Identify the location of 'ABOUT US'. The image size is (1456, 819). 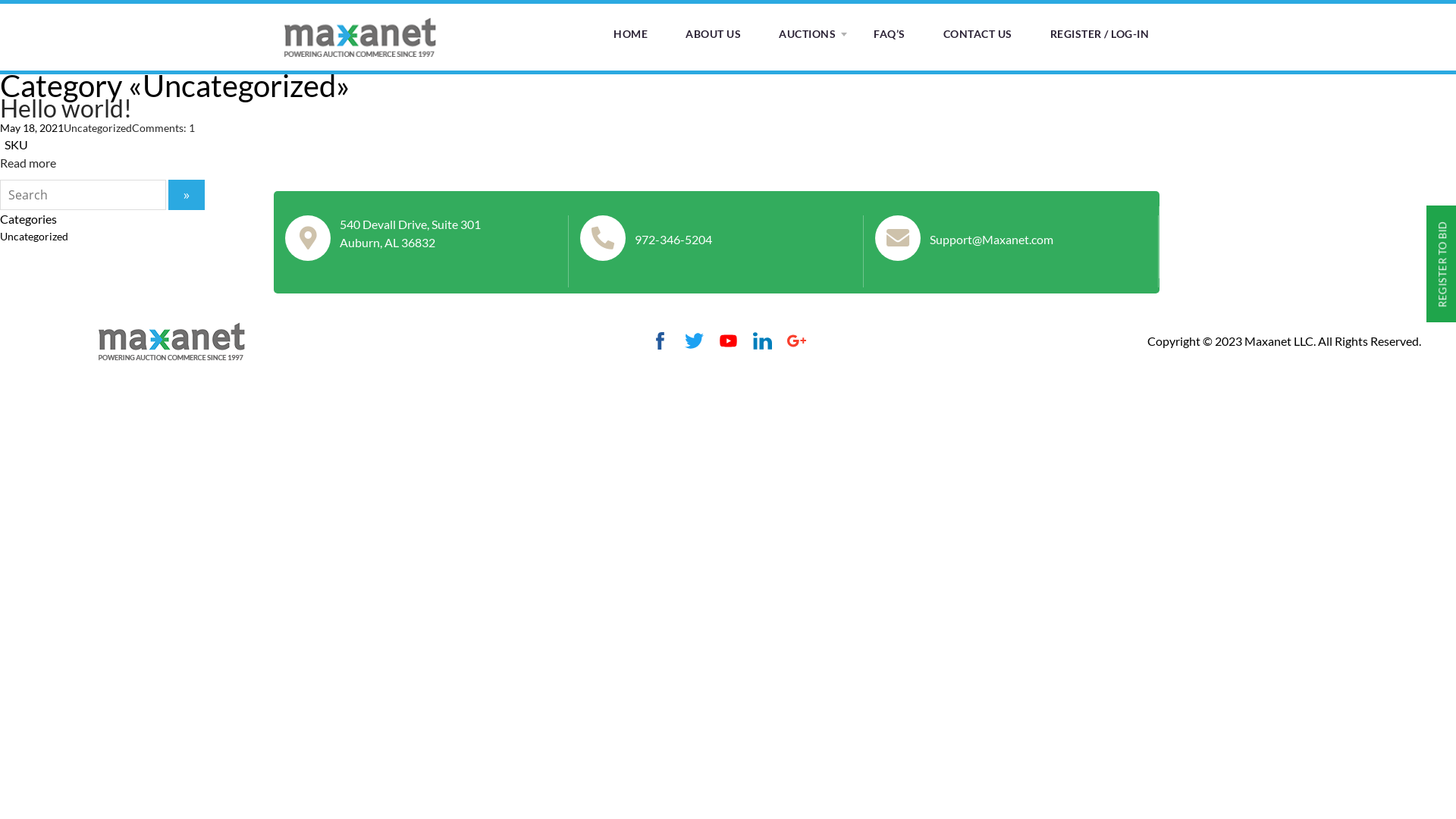
(712, 34).